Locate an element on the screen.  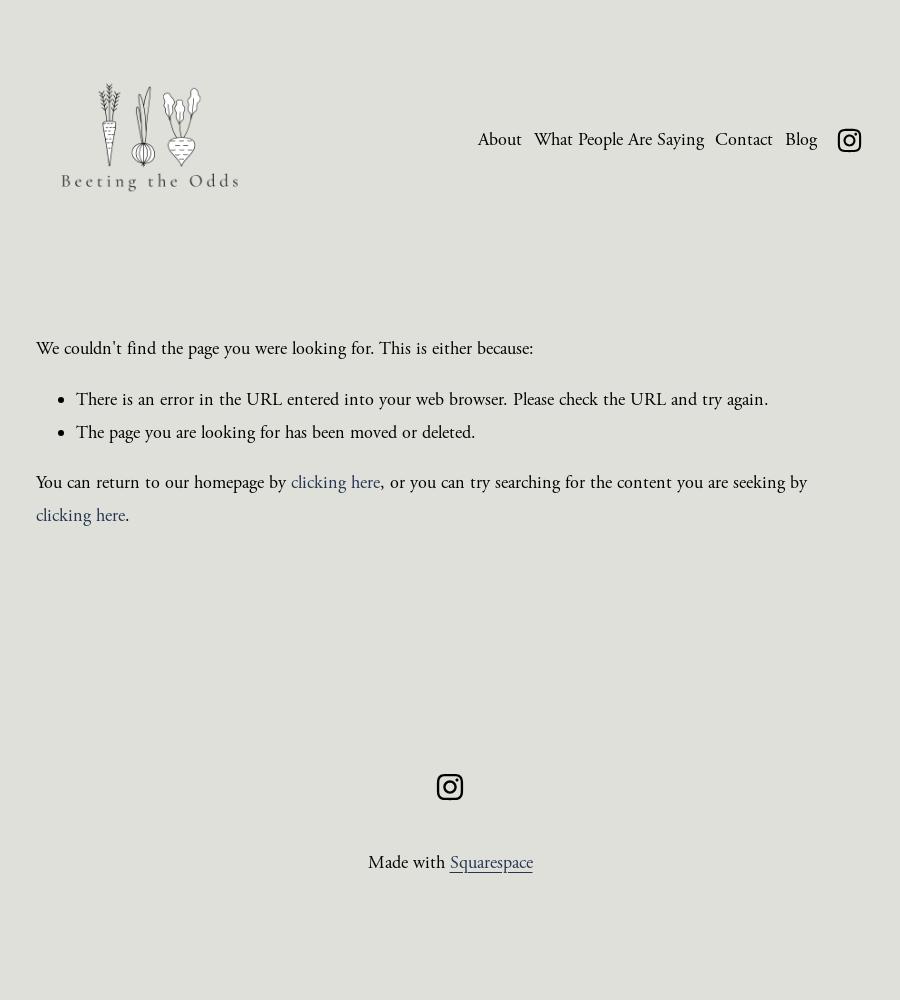
'You can return to our homepage by' is located at coordinates (163, 481).